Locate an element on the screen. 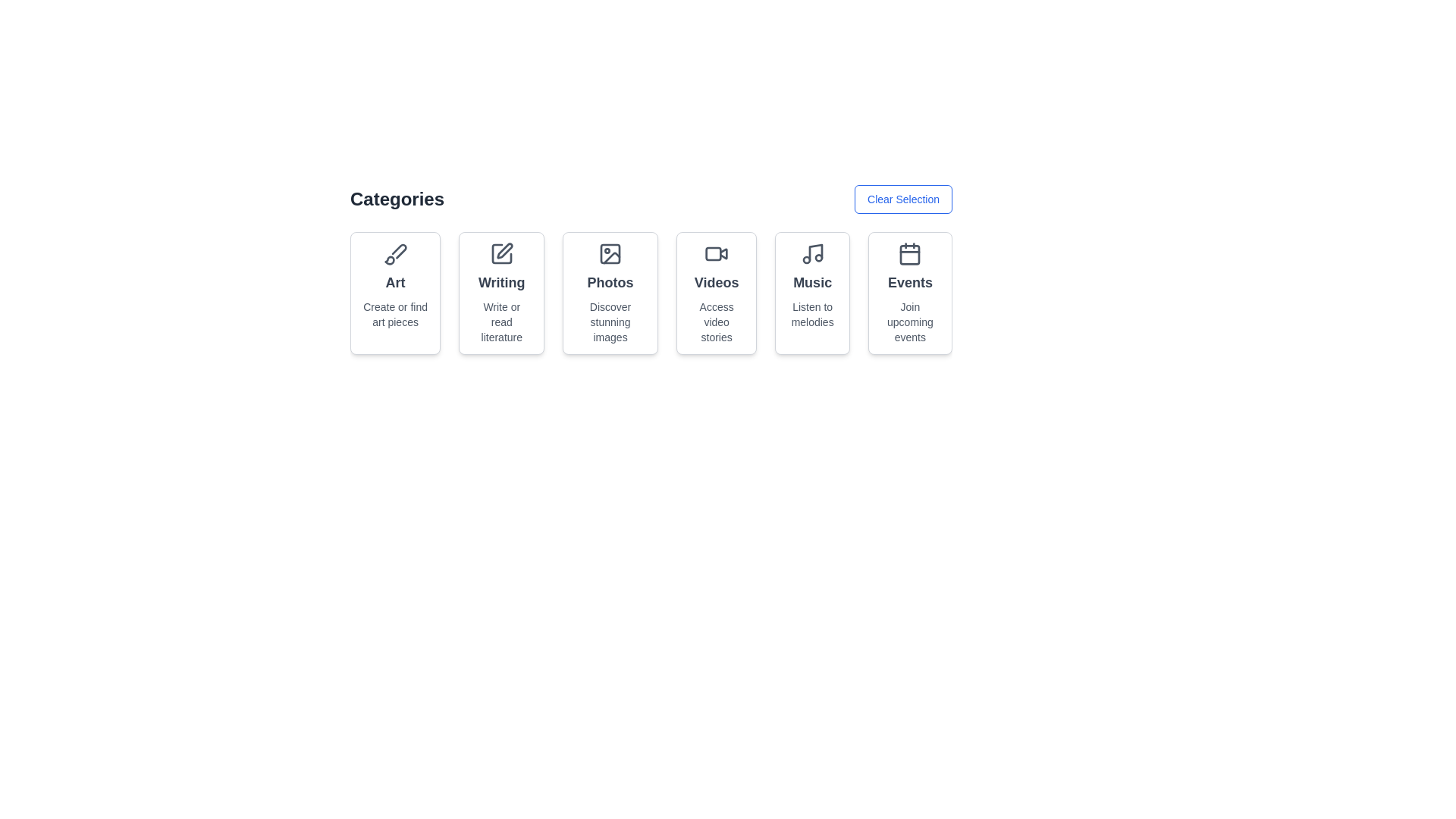 The height and width of the screenshot is (819, 1456). the 'Photos' card, which is the third item in a horizontal row of cards, positioned between the 'Writing' card on the left and the 'Videos' card on the right is located at coordinates (610, 293).